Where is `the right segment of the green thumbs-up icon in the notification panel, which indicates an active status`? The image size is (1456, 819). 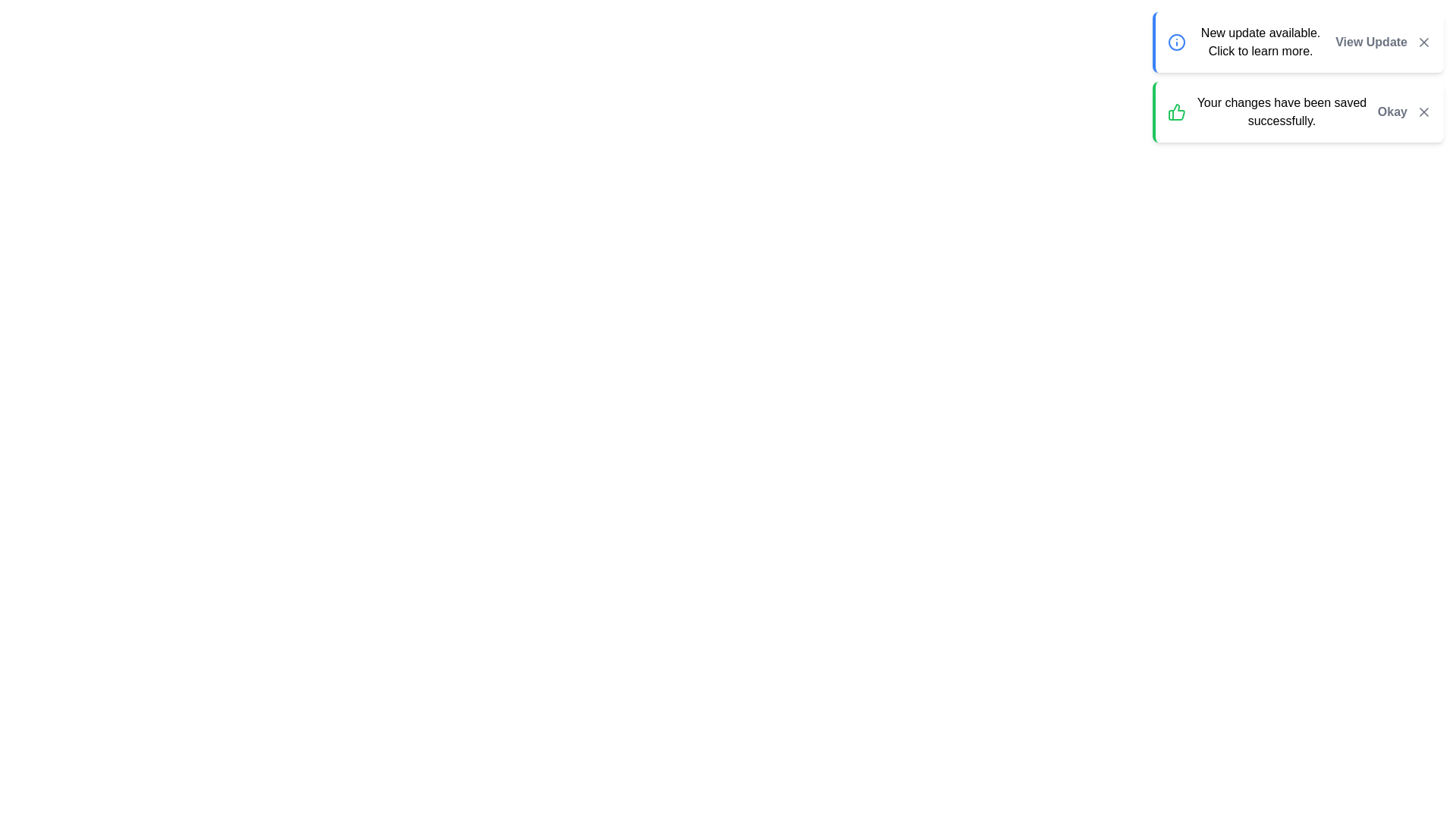 the right segment of the green thumbs-up icon in the notification panel, which indicates an active status is located at coordinates (1175, 111).